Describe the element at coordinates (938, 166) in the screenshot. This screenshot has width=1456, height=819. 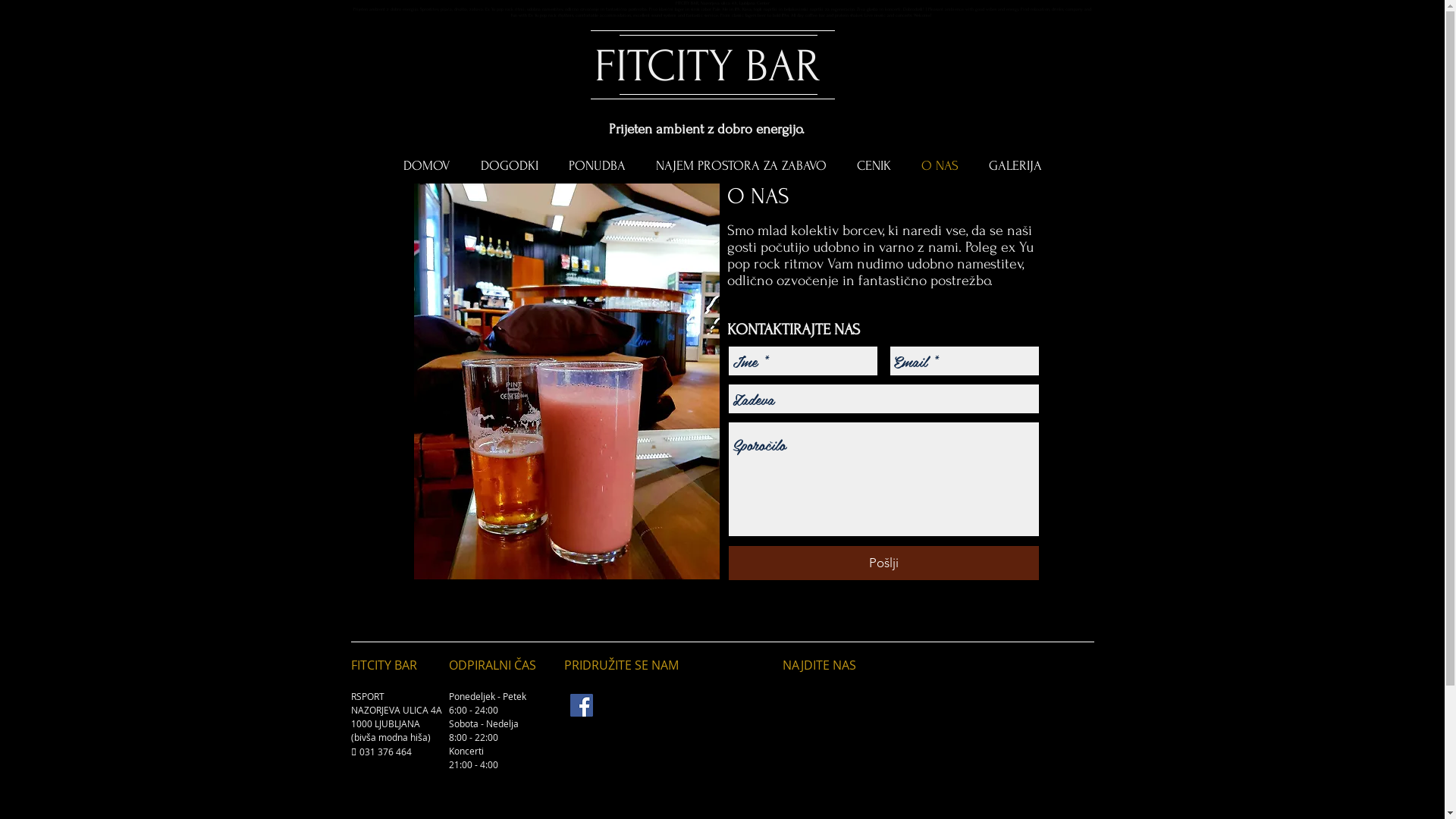
I see `'O NAS'` at that location.